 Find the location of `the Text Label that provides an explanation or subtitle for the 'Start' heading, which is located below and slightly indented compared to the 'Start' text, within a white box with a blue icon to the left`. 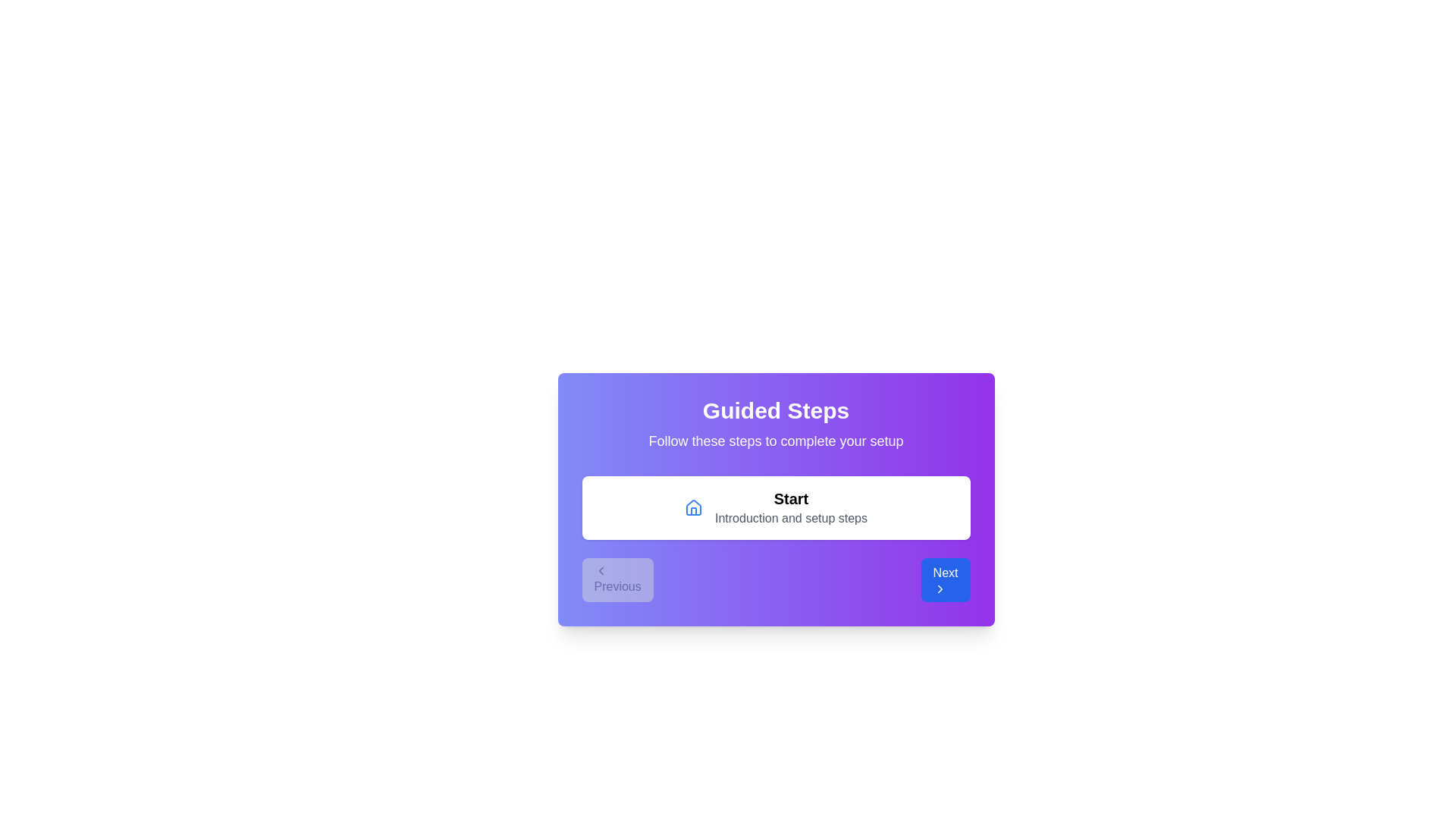

the Text Label that provides an explanation or subtitle for the 'Start' heading, which is located below and slightly indented compared to the 'Start' text, within a white box with a blue icon to the left is located at coordinates (790, 517).